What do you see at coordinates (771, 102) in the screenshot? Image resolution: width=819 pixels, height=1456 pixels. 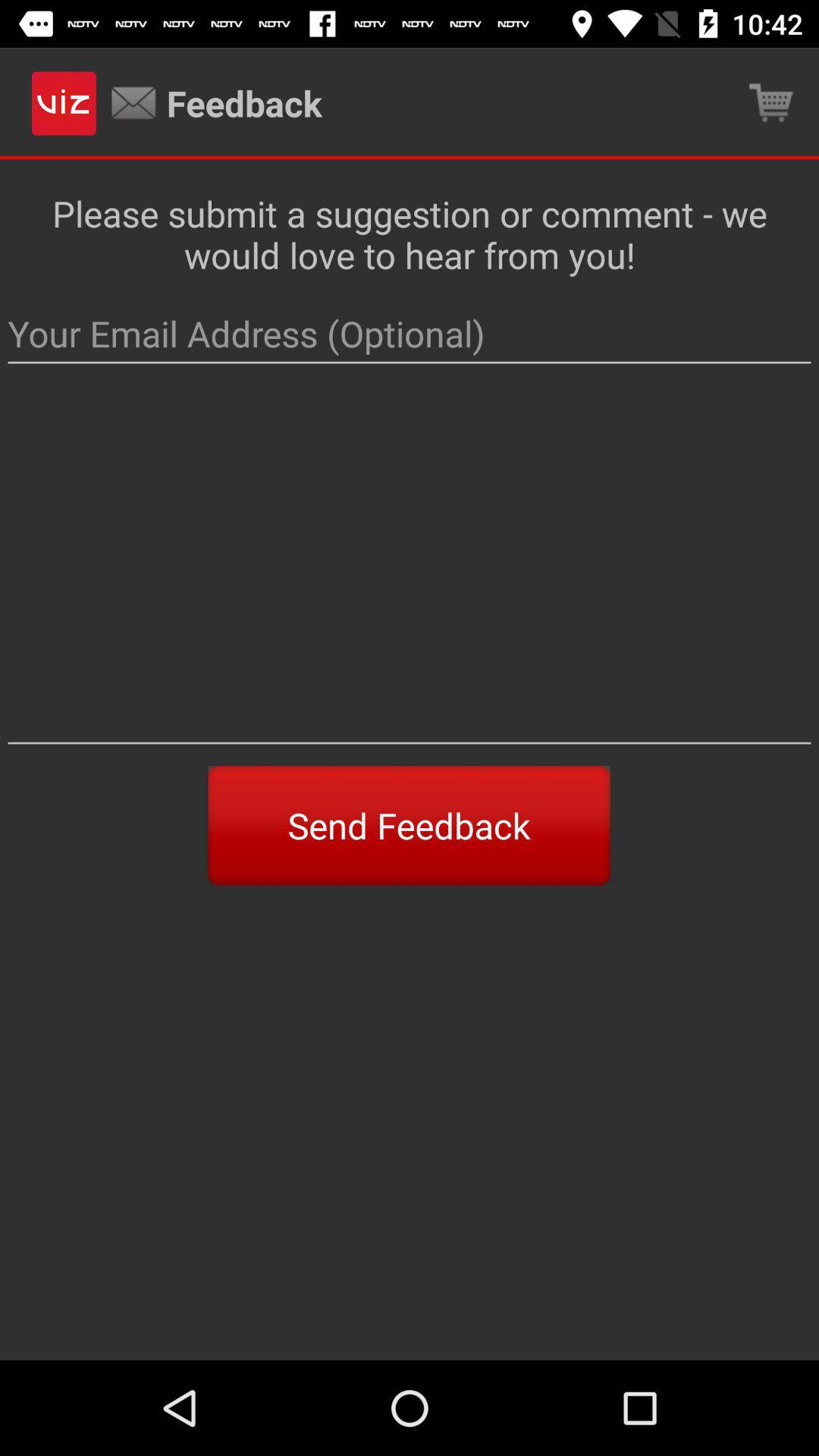 I see `the icon next to  feedback item` at bounding box center [771, 102].